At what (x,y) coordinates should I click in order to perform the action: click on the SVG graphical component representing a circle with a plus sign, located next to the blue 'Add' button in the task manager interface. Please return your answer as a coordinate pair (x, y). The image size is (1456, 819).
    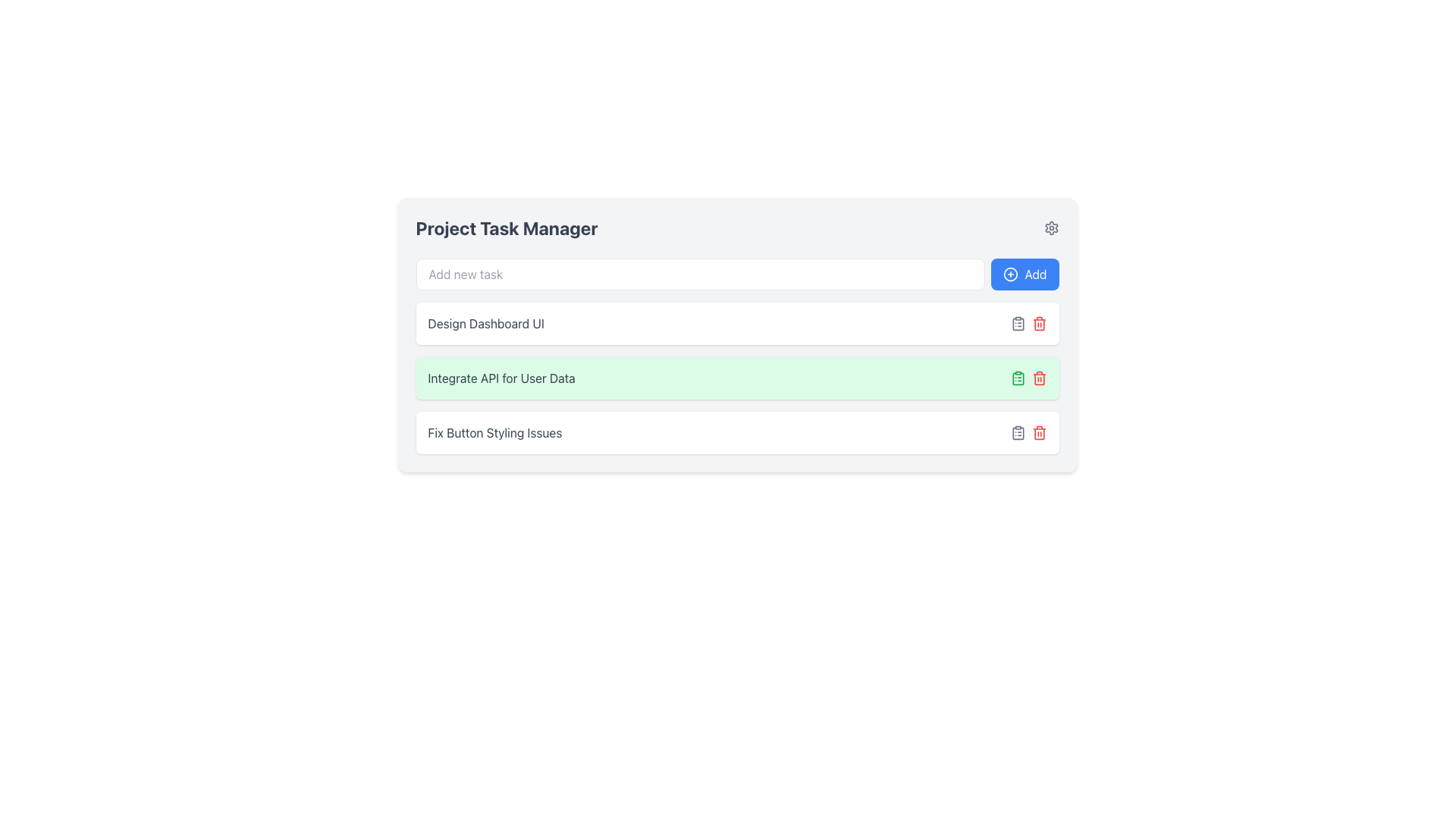
    Looking at the image, I should click on (1011, 275).